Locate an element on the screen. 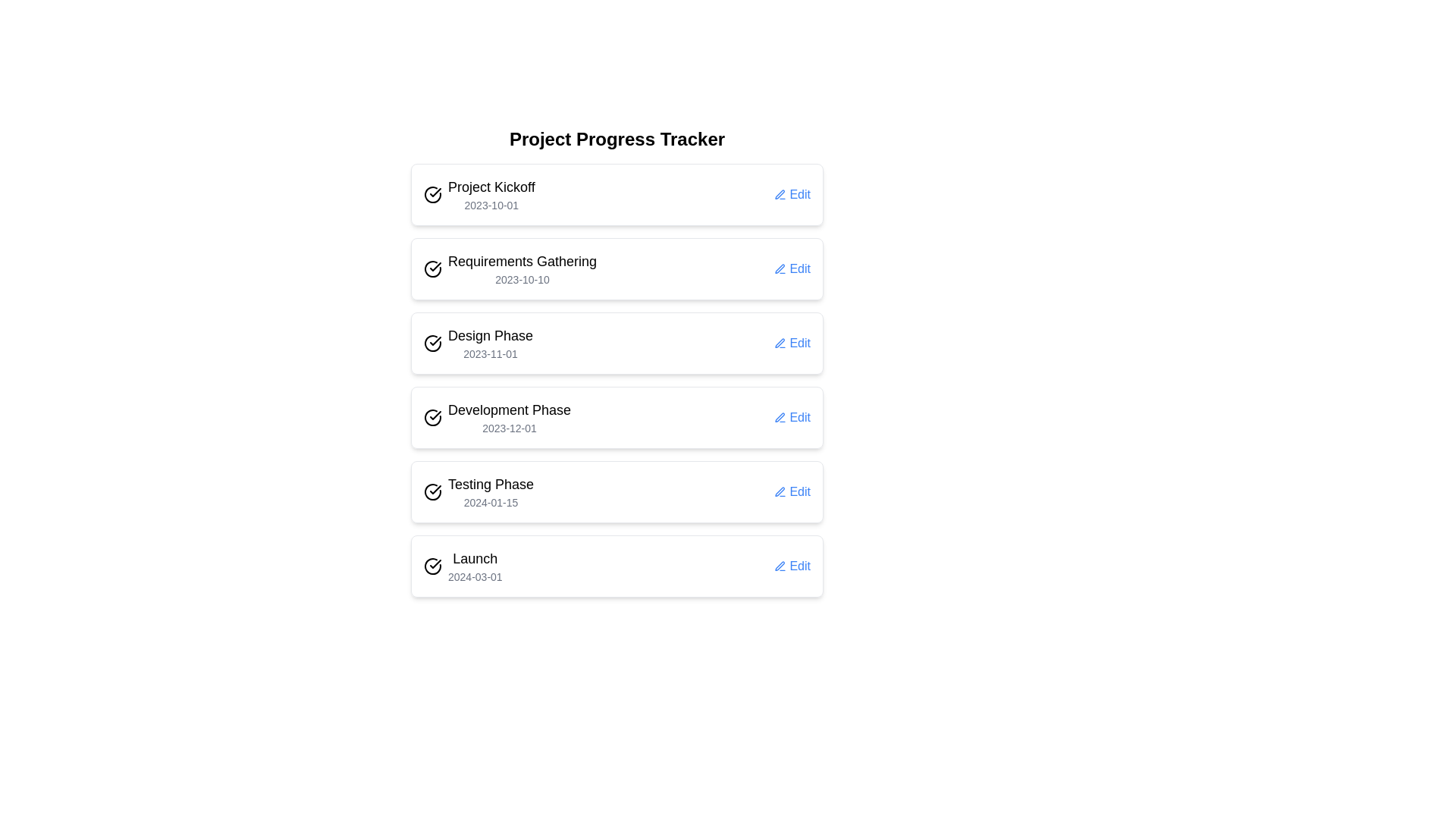 This screenshot has width=1456, height=819. the Text Label Group with Icon displaying 'Design Phase' and its date '2023-11-01', located in the third card of the project progress tracker is located at coordinates (478, 343).